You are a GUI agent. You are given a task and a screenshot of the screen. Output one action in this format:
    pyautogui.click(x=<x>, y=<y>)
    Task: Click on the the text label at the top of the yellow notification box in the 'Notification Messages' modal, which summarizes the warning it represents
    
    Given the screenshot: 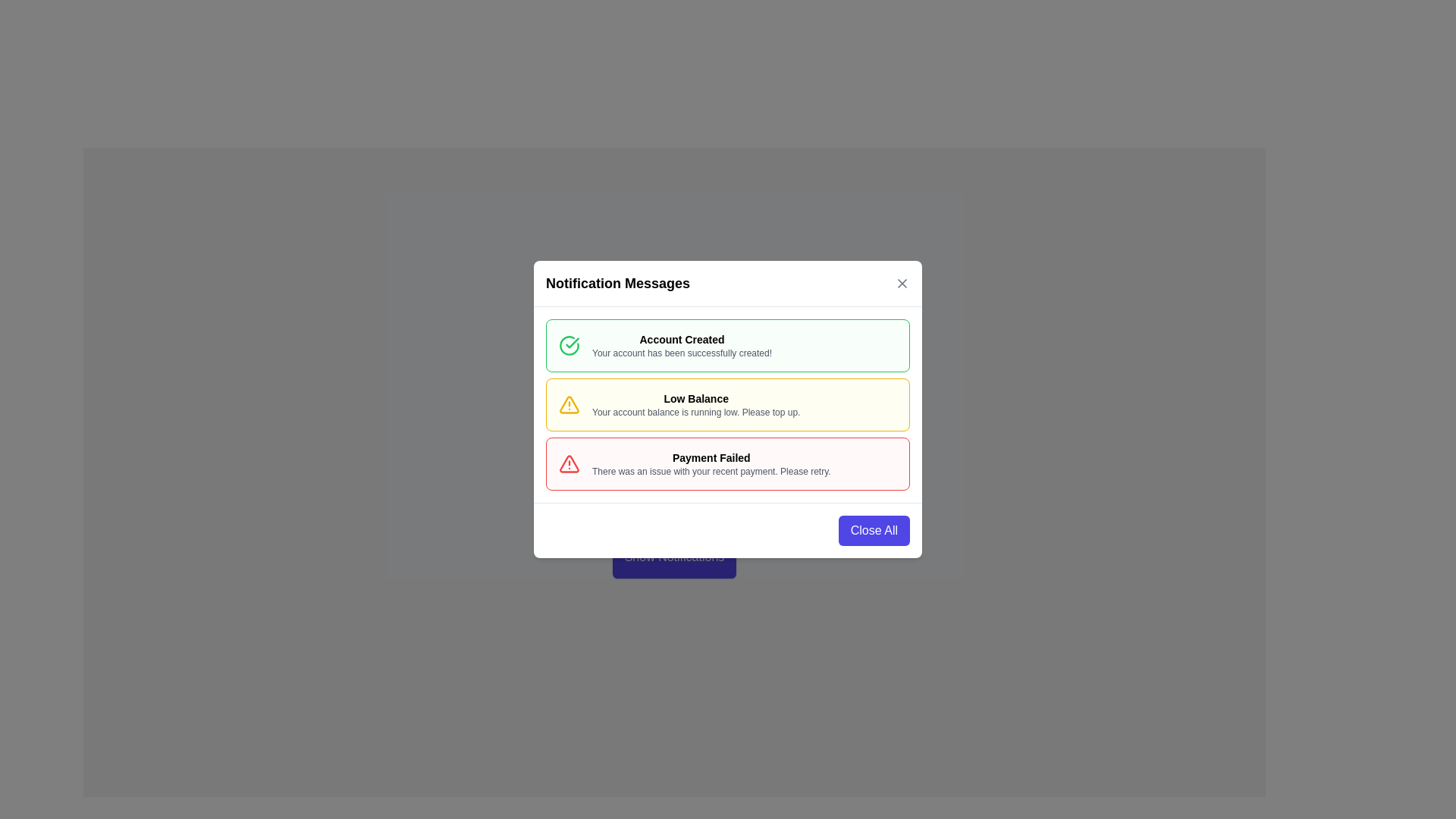 What is the action you would take?
    pyautogui.click(x=695, y=397)
    